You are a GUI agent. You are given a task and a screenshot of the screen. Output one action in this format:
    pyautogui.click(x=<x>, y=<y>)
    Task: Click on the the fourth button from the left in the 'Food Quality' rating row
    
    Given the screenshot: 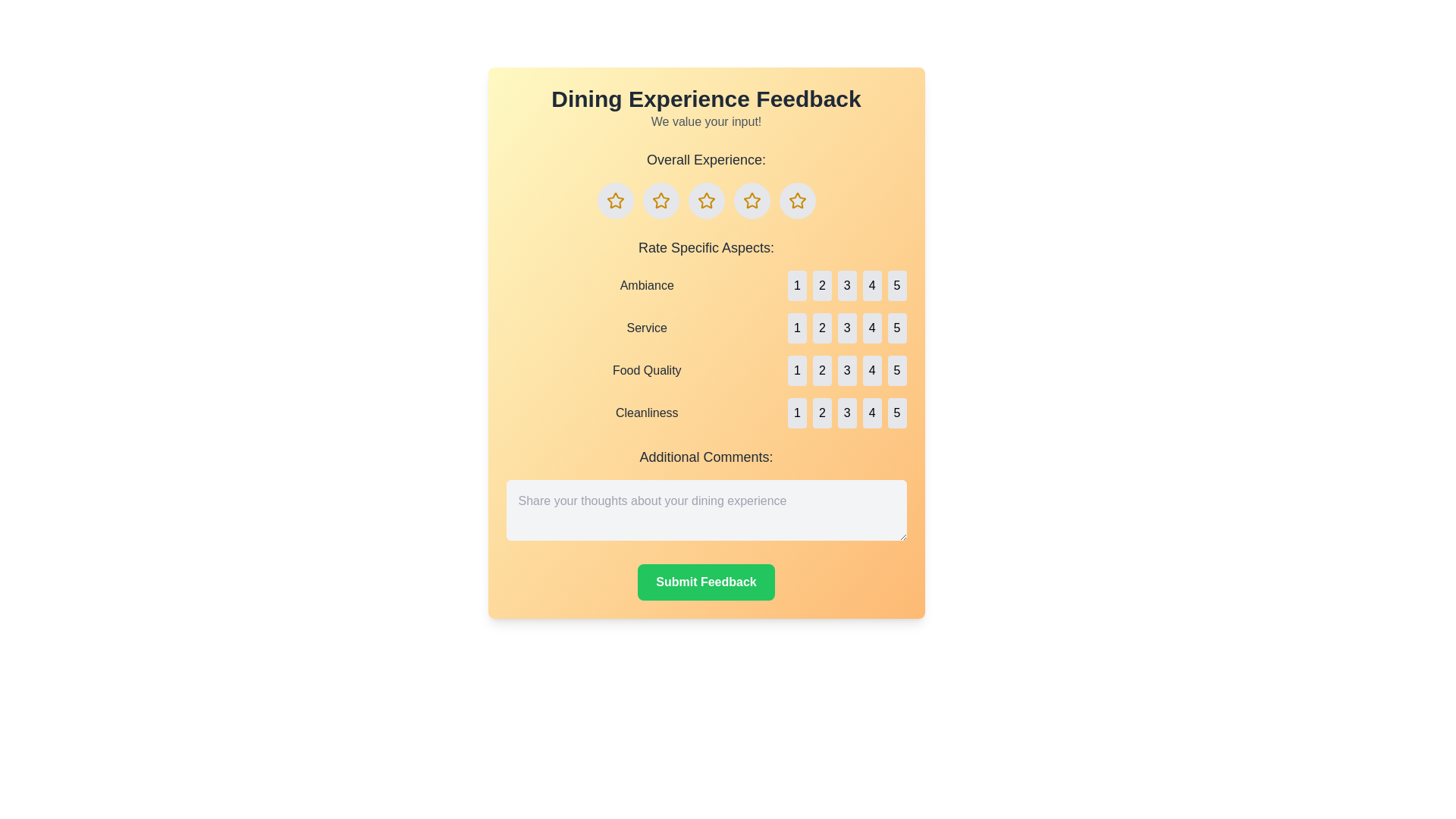 What is the action you would take?
    pyautogui.click(x=872, y=371)
    